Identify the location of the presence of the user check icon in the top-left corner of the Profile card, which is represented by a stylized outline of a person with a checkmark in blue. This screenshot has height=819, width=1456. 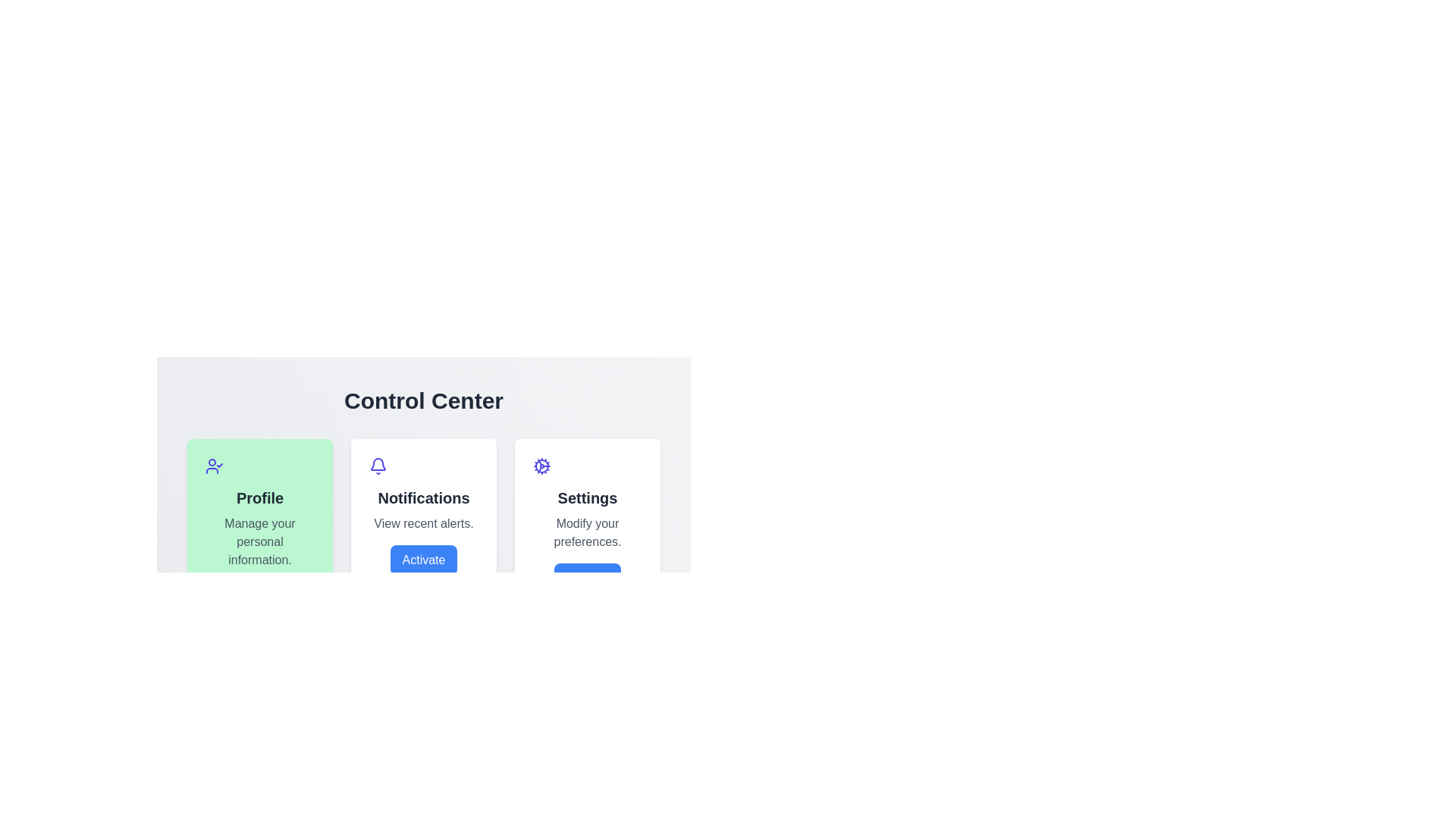
(214, 465).